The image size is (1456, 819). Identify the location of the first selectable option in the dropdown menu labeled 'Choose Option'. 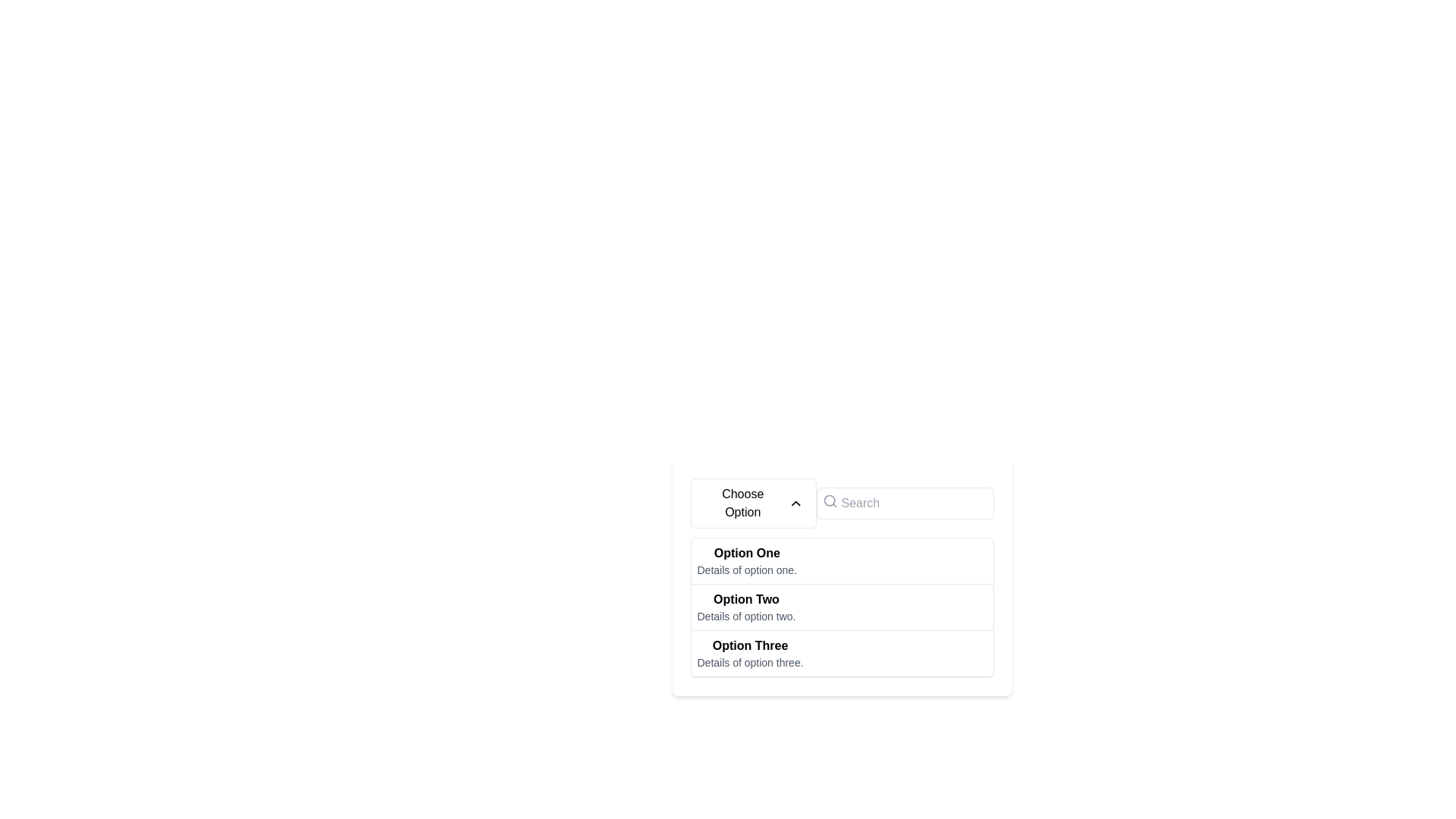
(747, 561).